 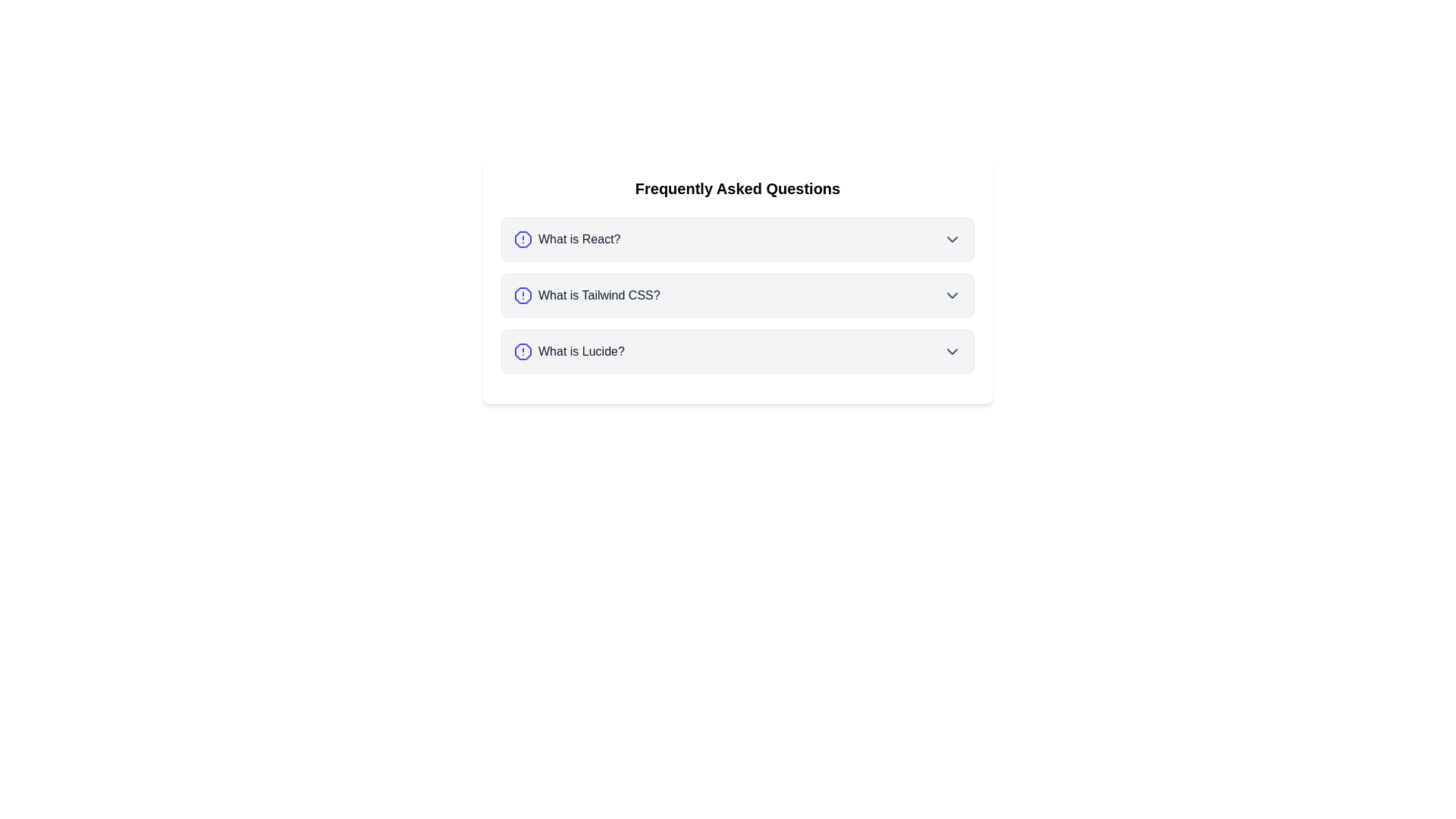 What do you see at coordinates (568, 351) in the screenshot?
I see `the Interactive FAQ question titled 'What is Lucide?'` at bounding box center [568, 351].